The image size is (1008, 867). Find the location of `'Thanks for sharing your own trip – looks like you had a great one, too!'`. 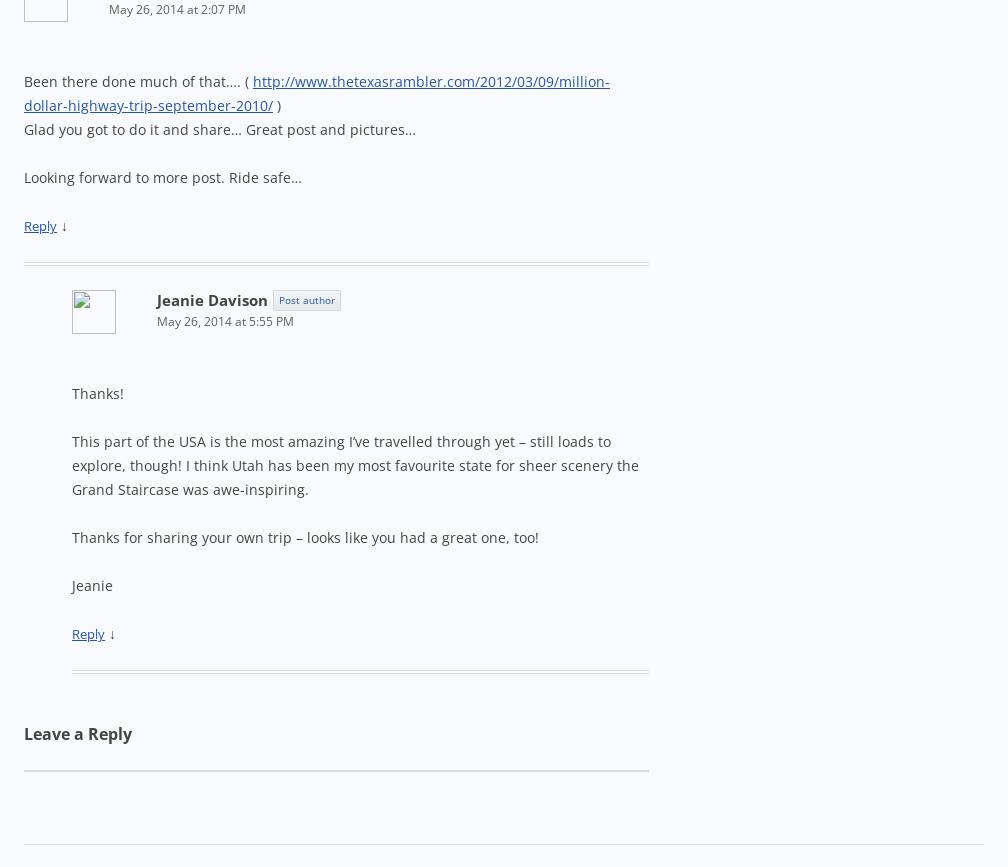

'Thanks for sharing your own trip – looks like you had a great one, too!' is located at coordinates (305, 536).